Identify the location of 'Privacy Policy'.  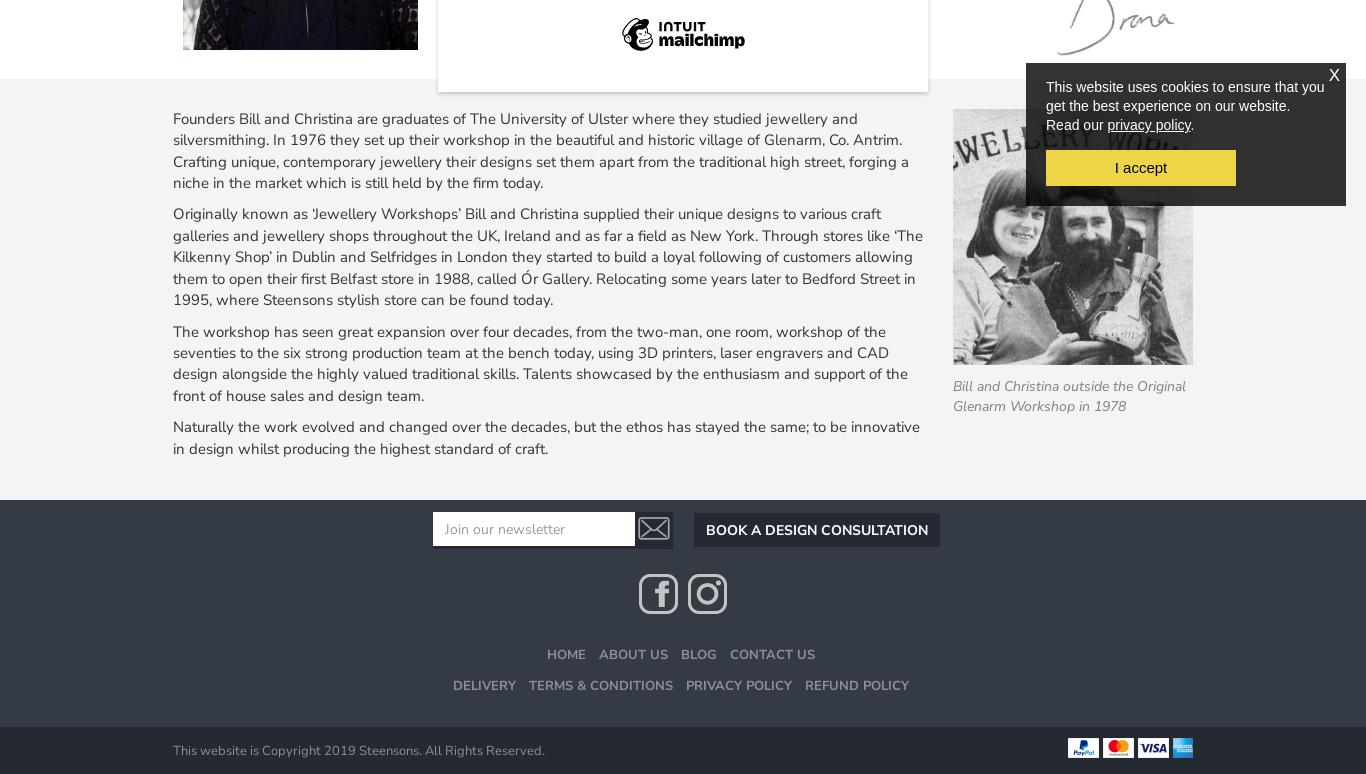
(685, 684).